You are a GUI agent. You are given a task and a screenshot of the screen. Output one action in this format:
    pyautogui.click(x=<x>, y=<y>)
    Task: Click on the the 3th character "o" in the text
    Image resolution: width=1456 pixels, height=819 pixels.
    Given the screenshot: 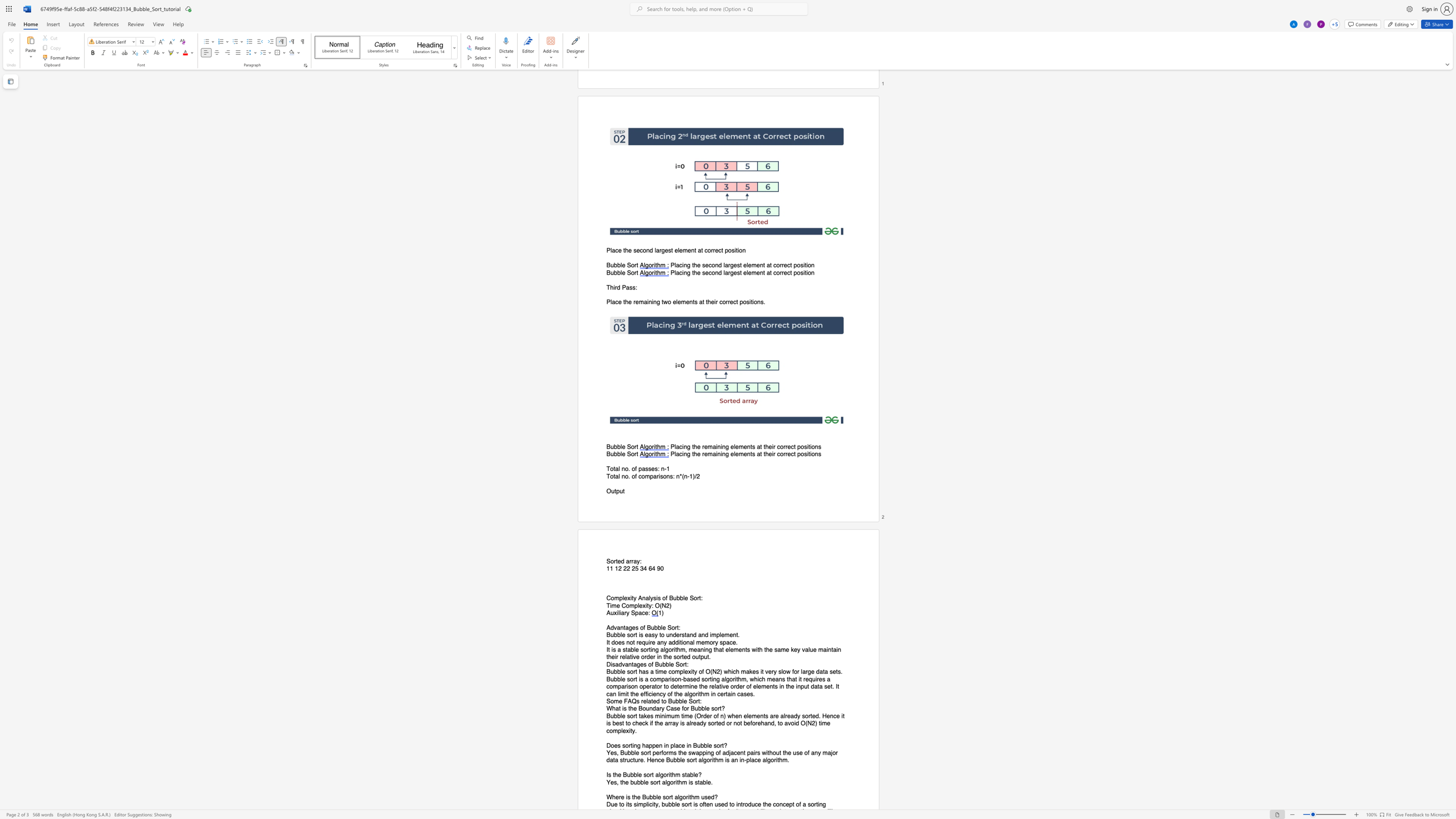 What is the action you would take?
    pyautogui.click(x=700, y=671)
    